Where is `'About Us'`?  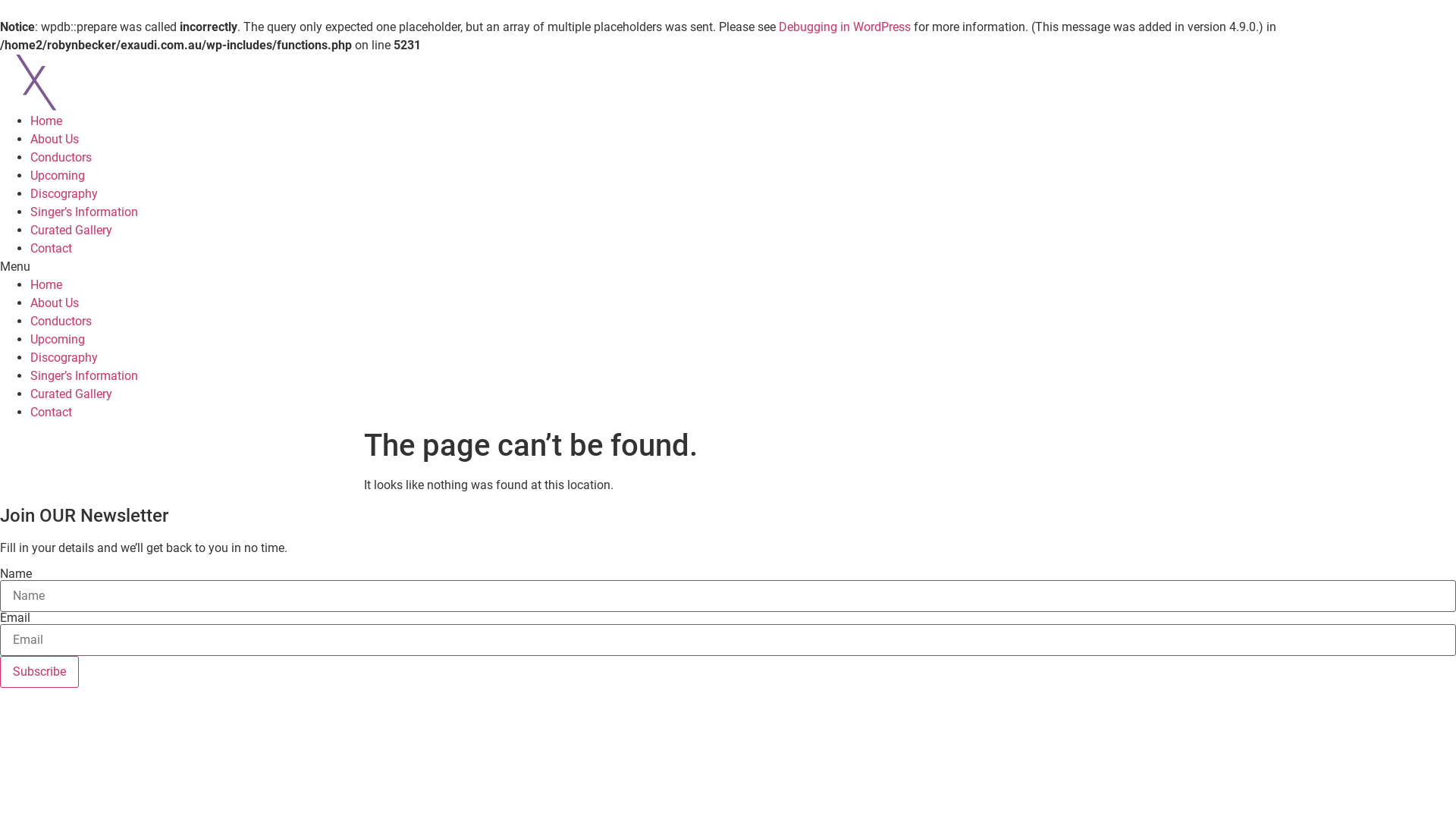
'About Us' is located at coordinates (30, 139).